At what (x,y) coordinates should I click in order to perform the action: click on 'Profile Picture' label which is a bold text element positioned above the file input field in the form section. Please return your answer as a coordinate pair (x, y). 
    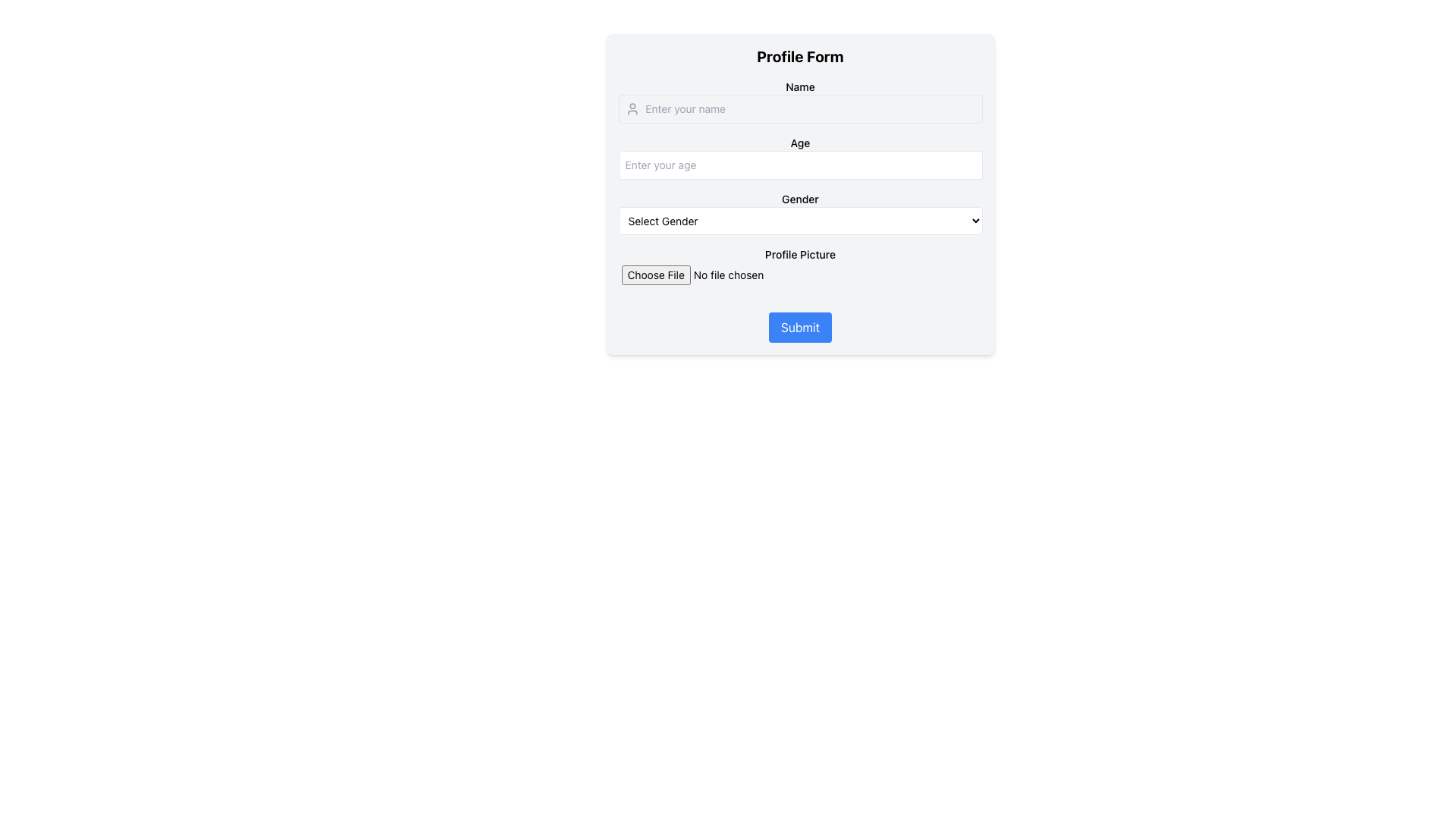
    Looking at the image, I should click on (799, 253).